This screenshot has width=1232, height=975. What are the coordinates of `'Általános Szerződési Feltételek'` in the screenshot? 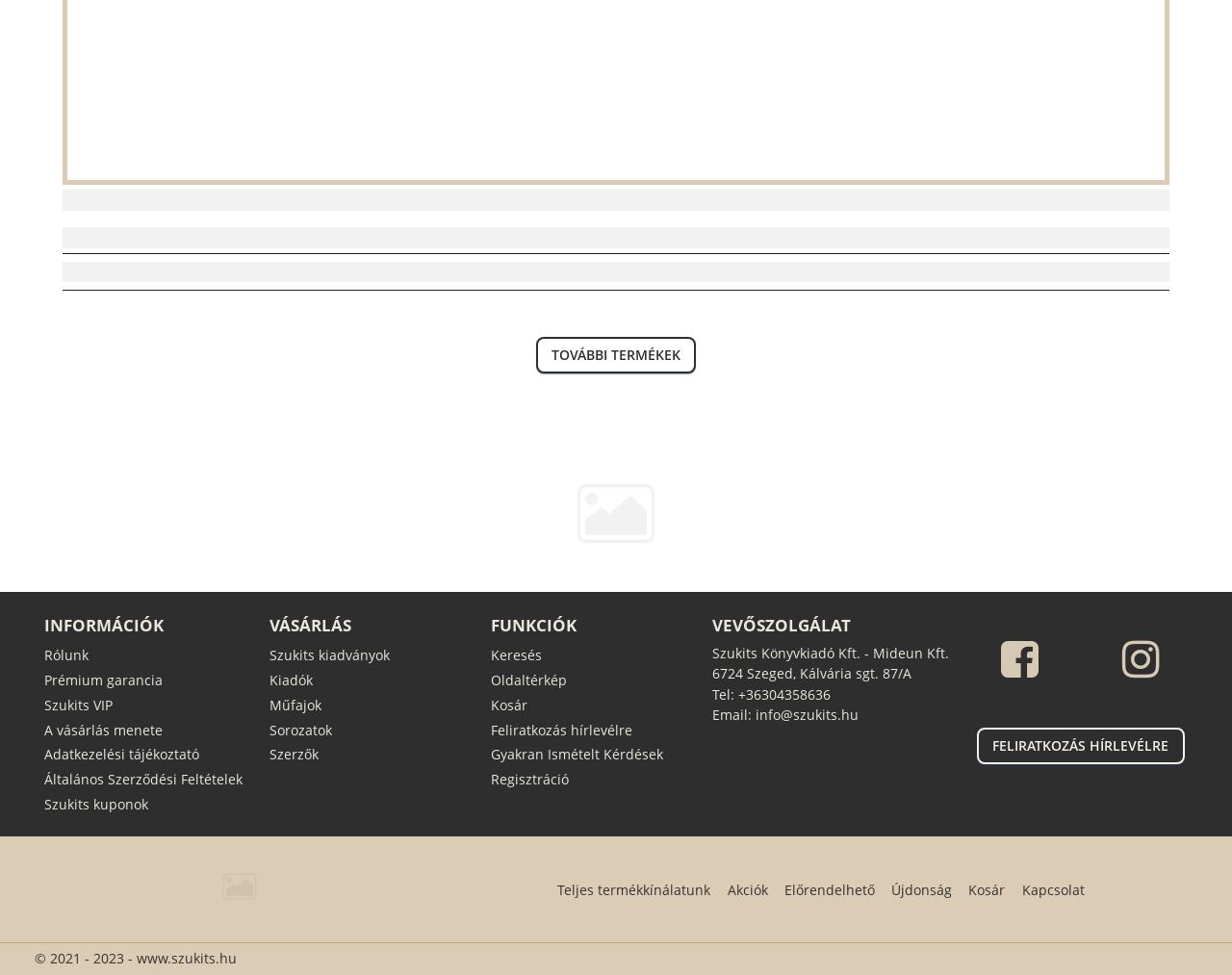 It's located at (141, 779).